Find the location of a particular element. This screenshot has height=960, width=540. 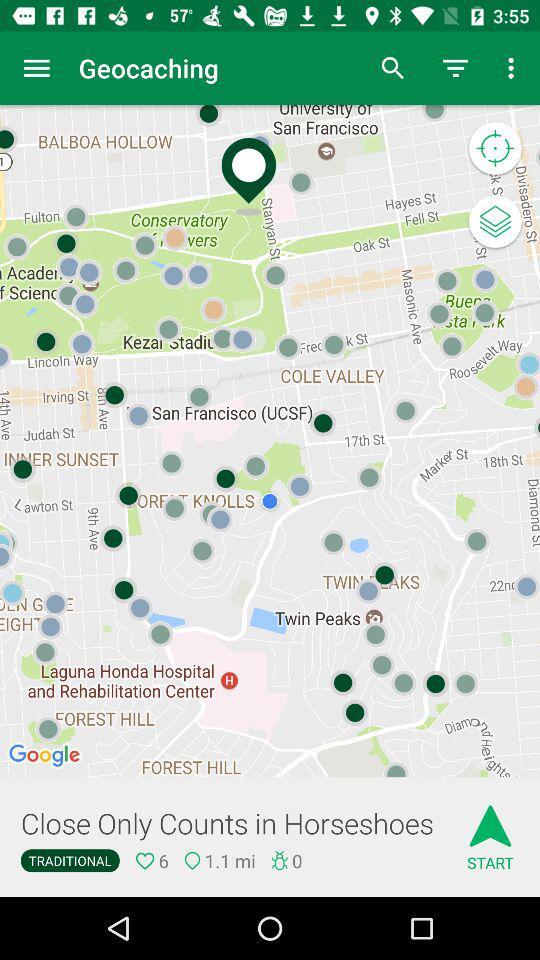

the item at the bottom right corner is located at coordinates (489, 831).